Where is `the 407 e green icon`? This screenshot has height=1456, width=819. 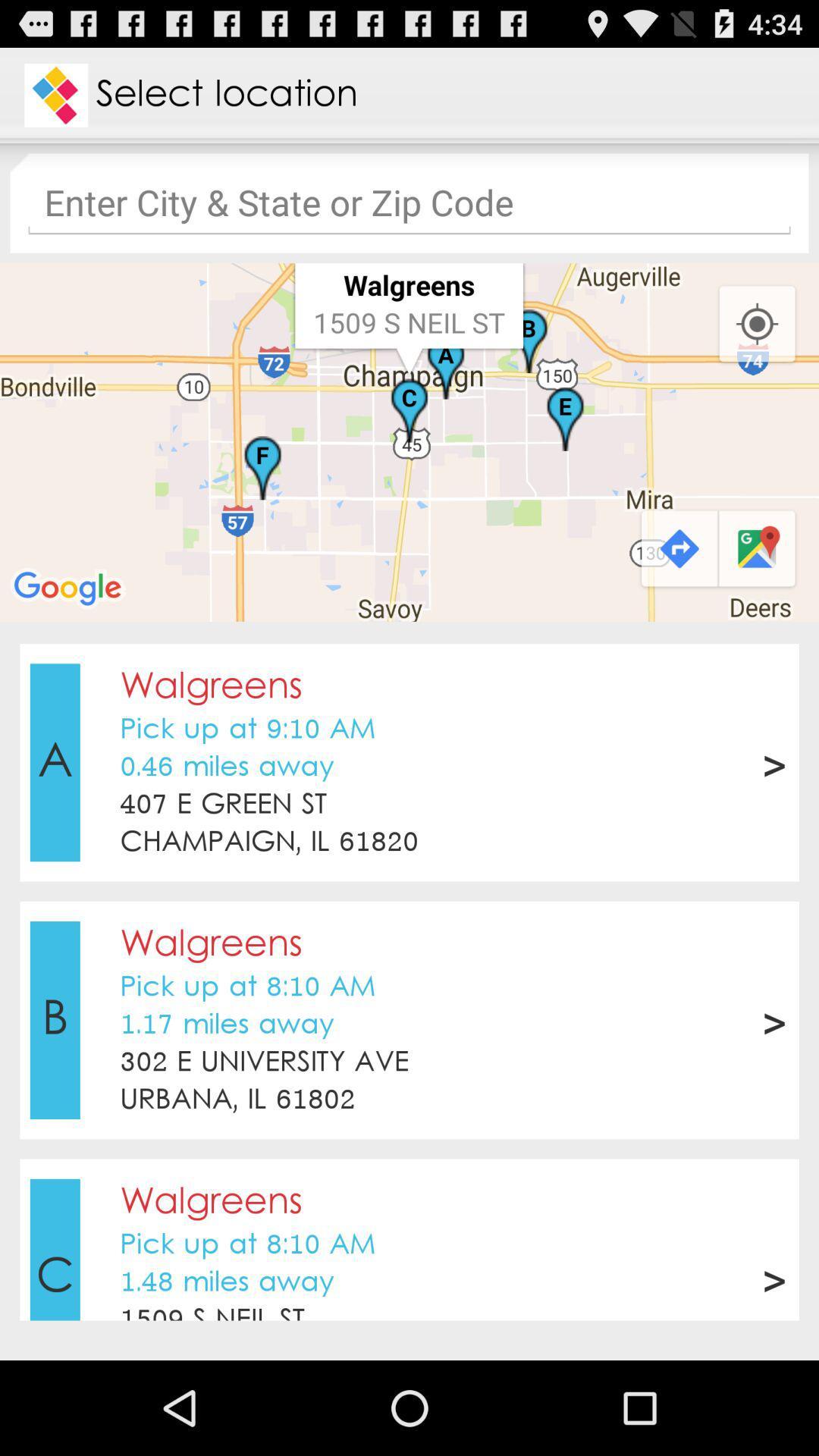
the 407 e green icon is located at coordinates (223, 804).